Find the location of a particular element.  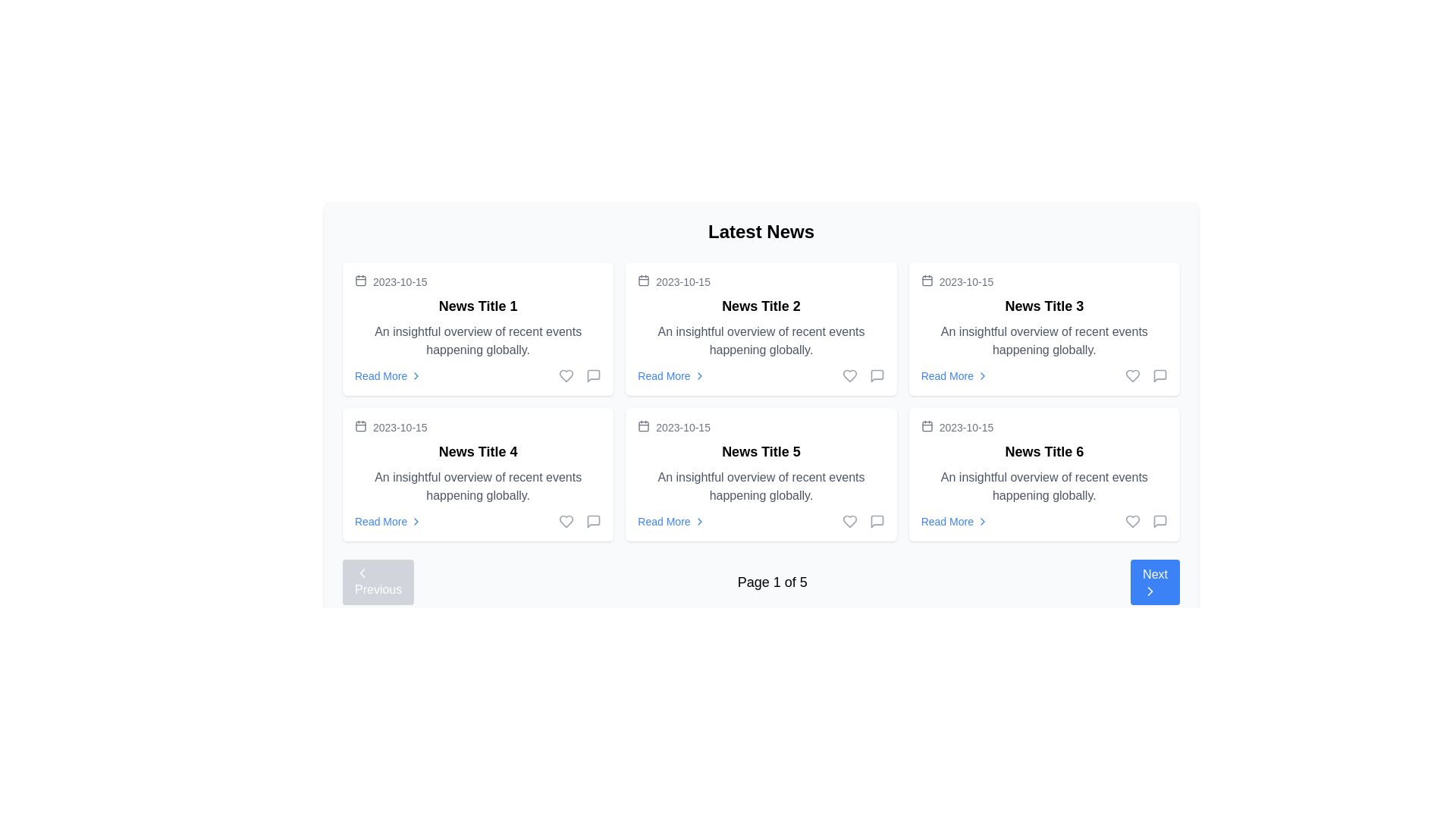

displayed publication date associated with the news article in the top-left corner of the card labeled 'News Title 6' is located at coordinates (1043, 427).